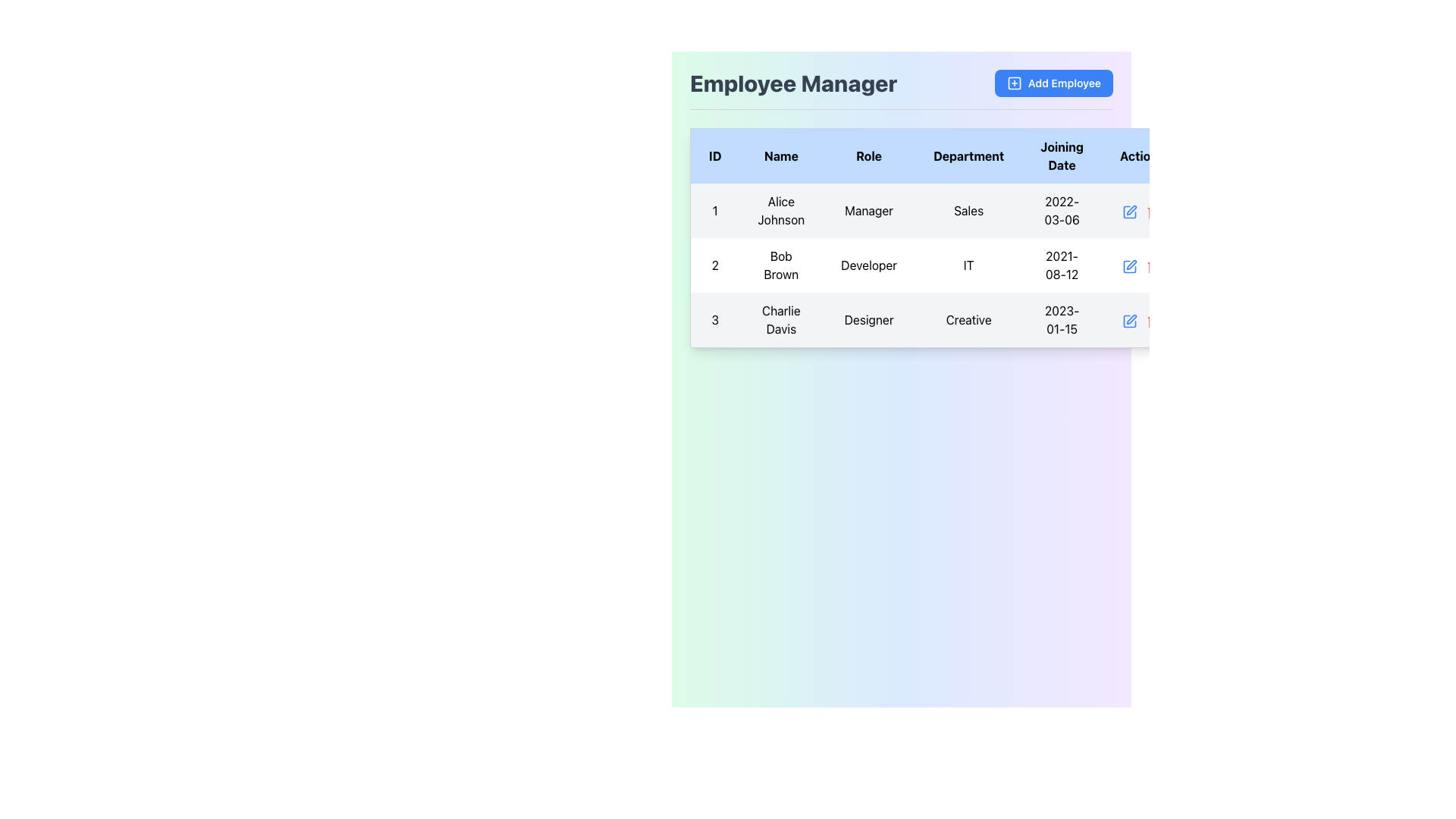  What do you see at coordinates (781, 155) in the screenshot?
I see `the 'Name' column header in the table, which is displayed in bold black font centered in a blue rectangle` at bounding box center [781, 155].